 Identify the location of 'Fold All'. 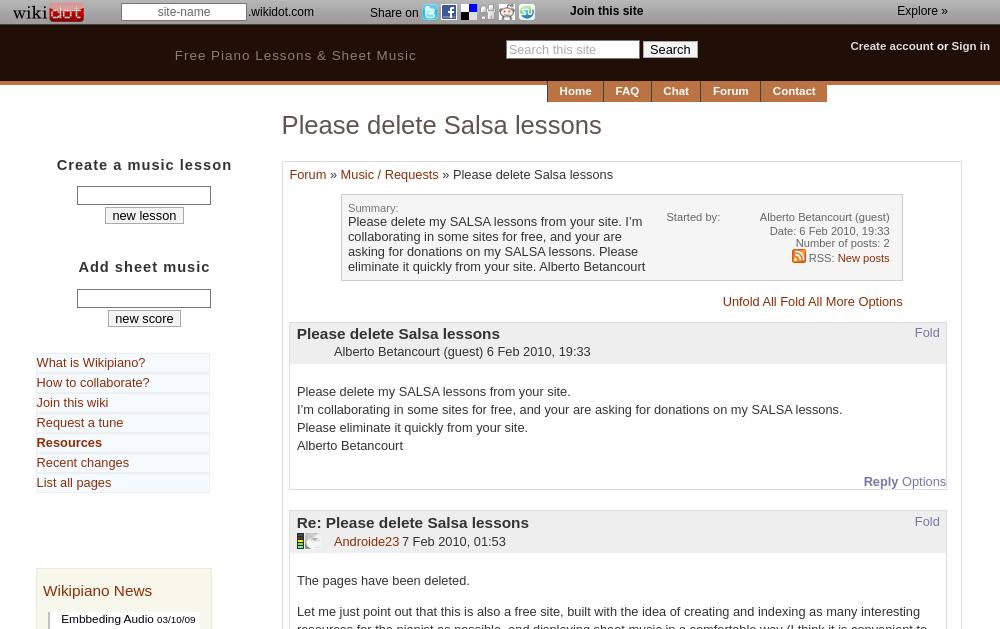
(801, 299).